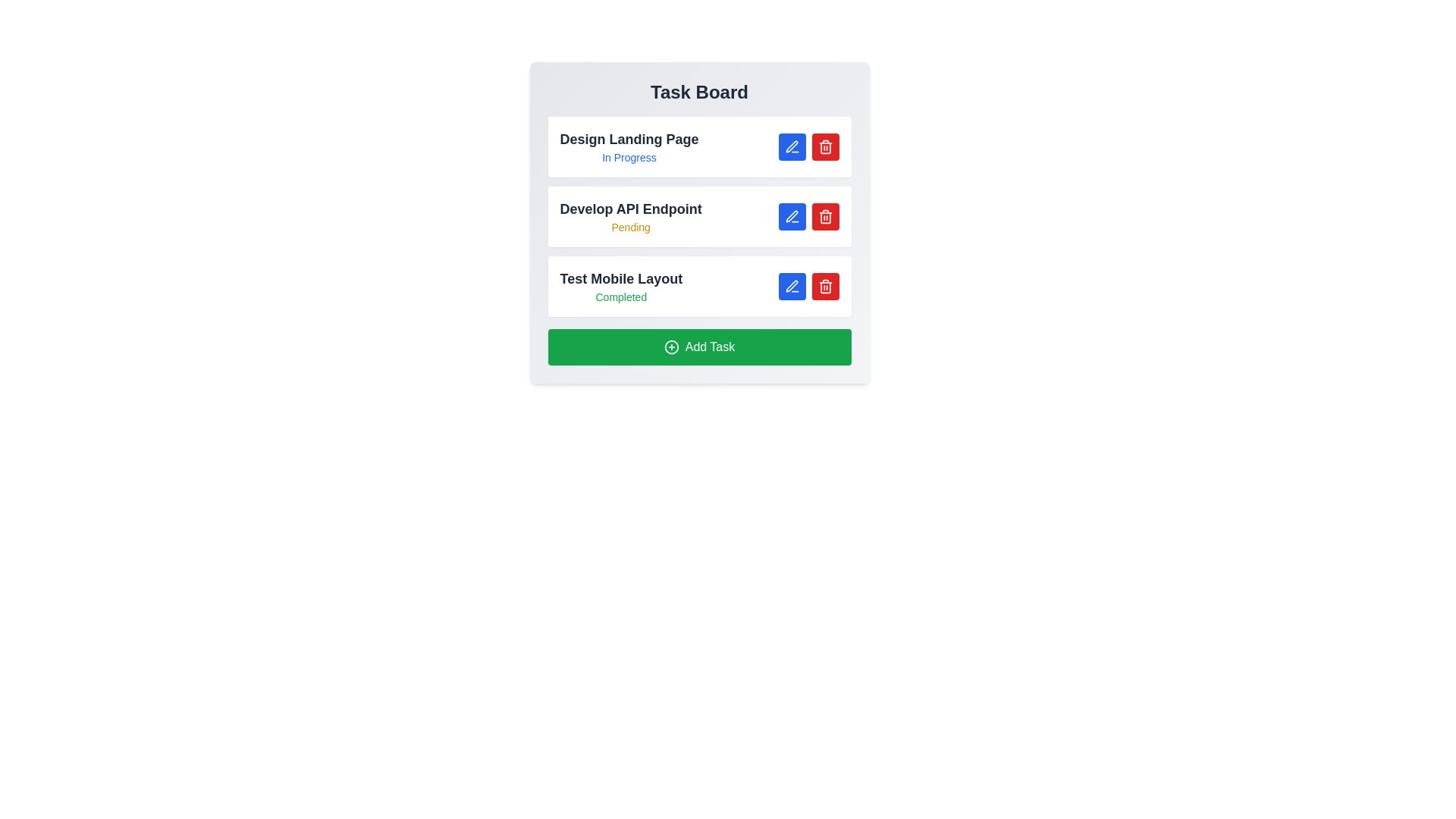 The height and width of the screenshot is (819, 1456). I want to click on the task name to view its details, so click(629, 140).